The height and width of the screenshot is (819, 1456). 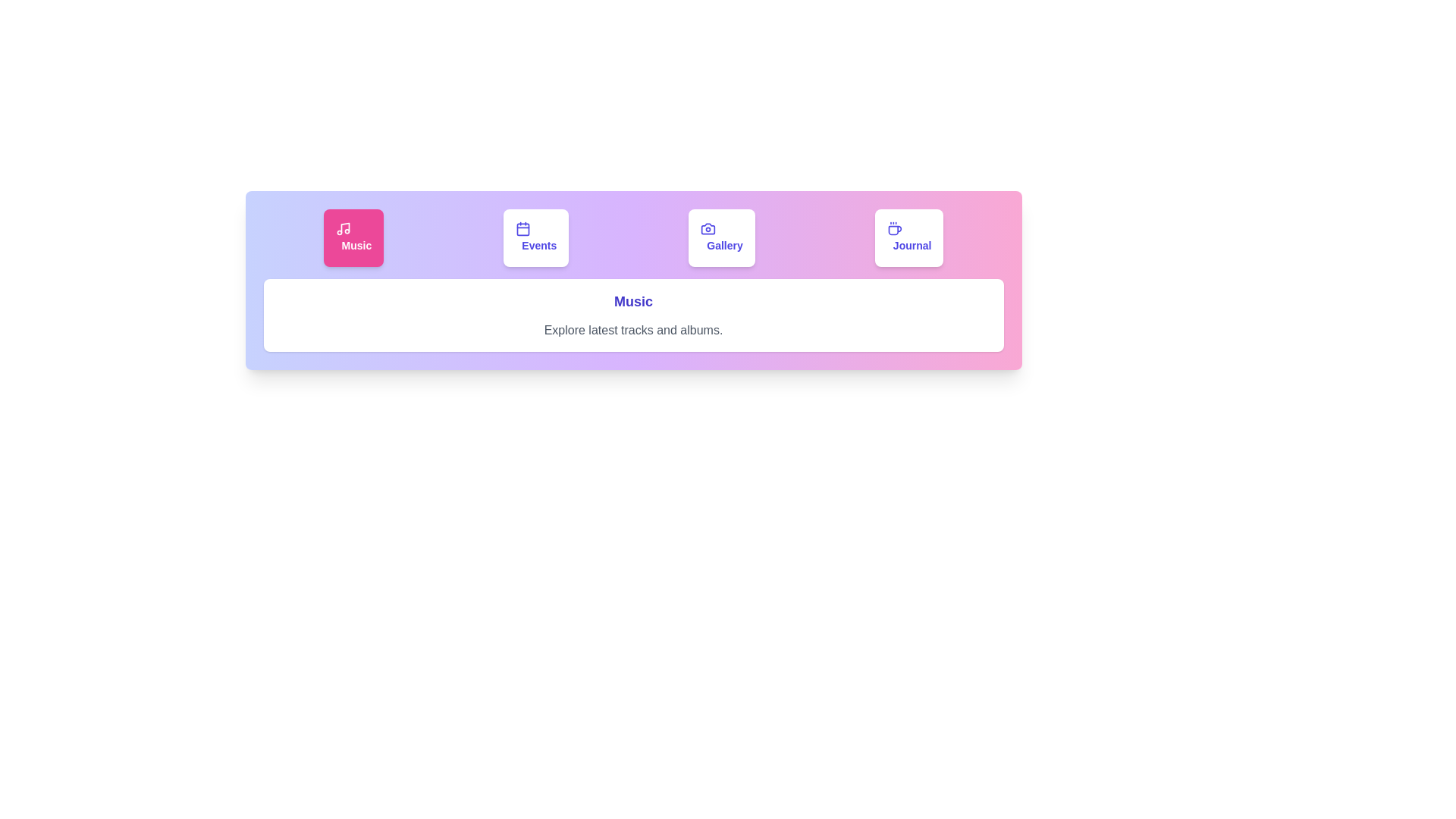 What do you see at coordinates (536, 237) in the screenshot?
I see `the tab button labeled Events to observe visual feedback` at bounding box center [536, 237].